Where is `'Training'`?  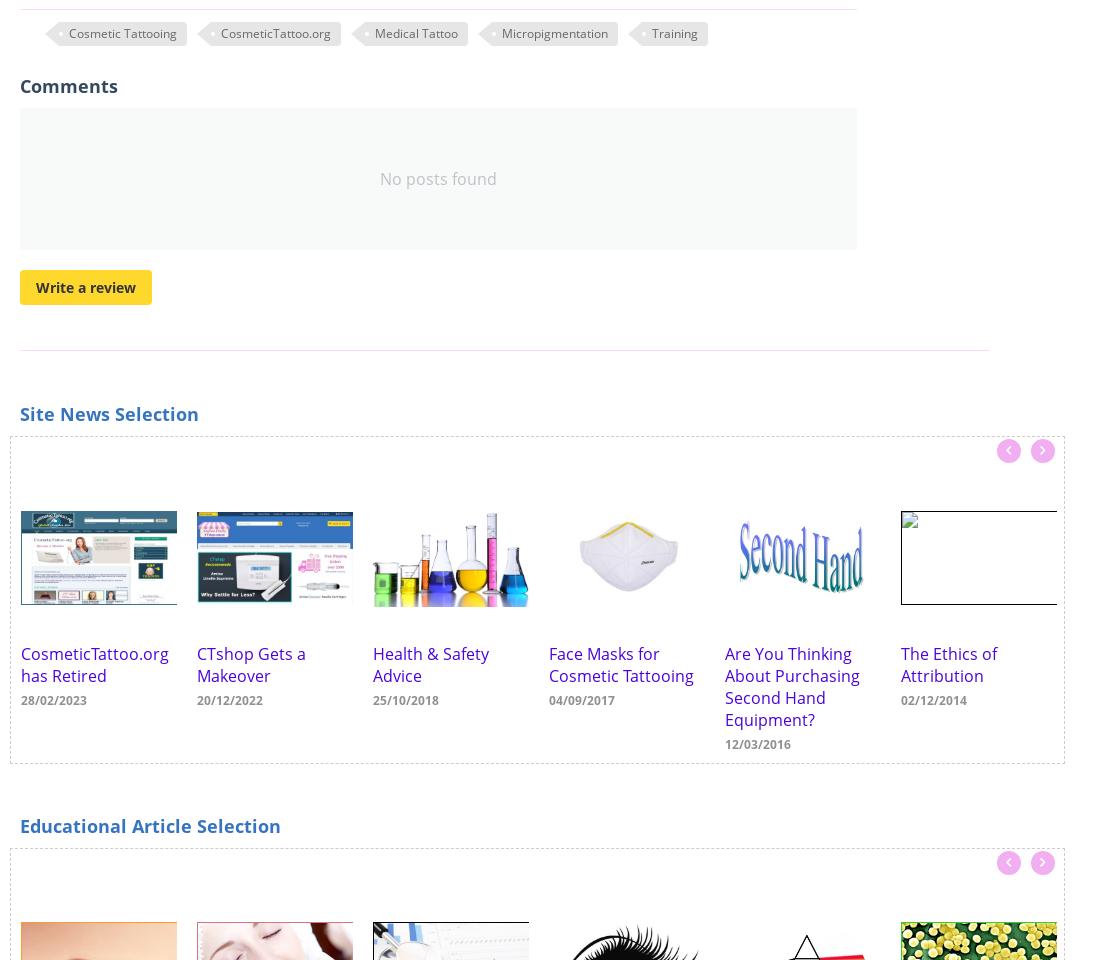 'Training' is located at coordinates (674, 31).